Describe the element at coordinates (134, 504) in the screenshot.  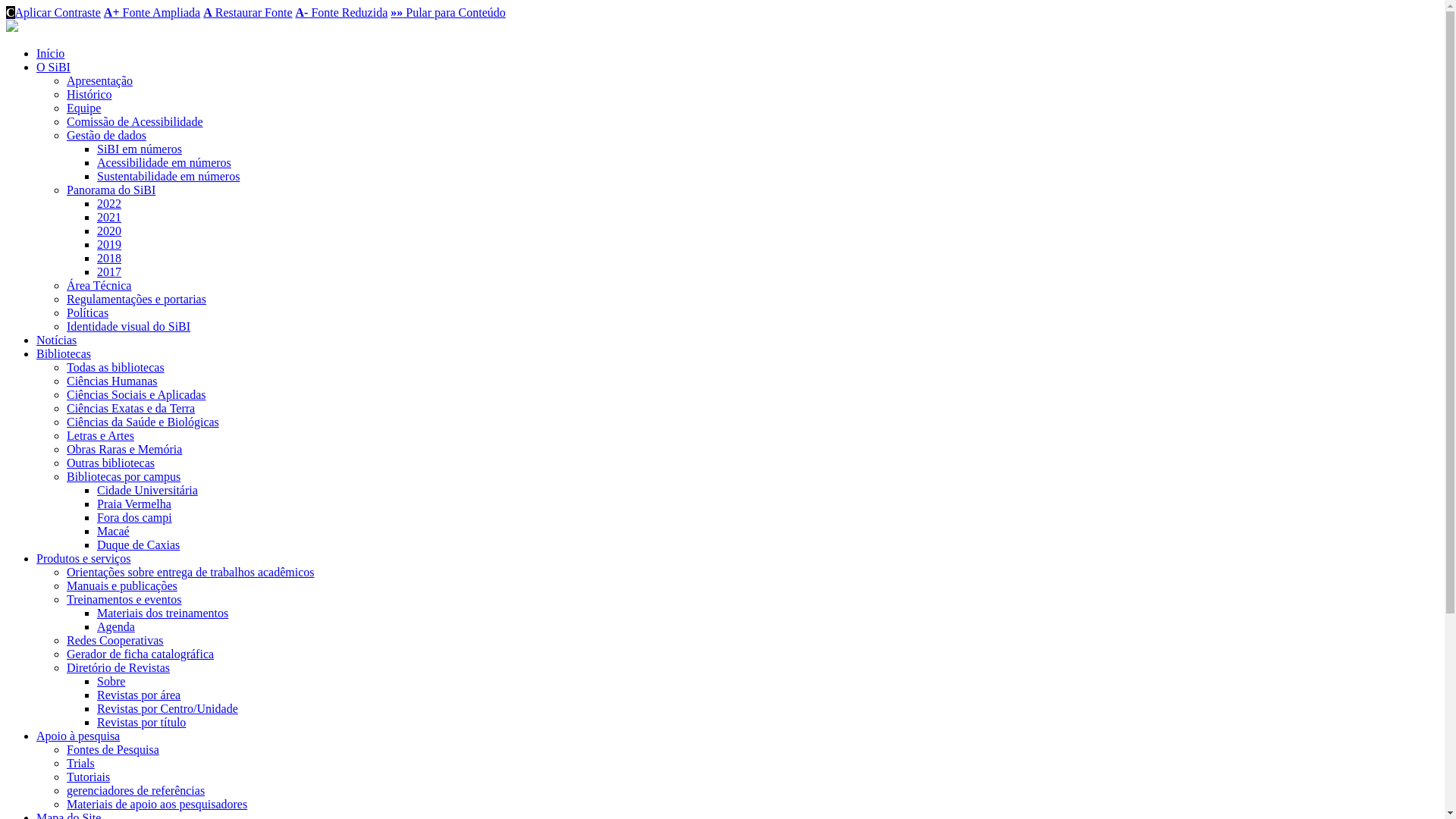
I see `'Praia Vermelha'` at that location.